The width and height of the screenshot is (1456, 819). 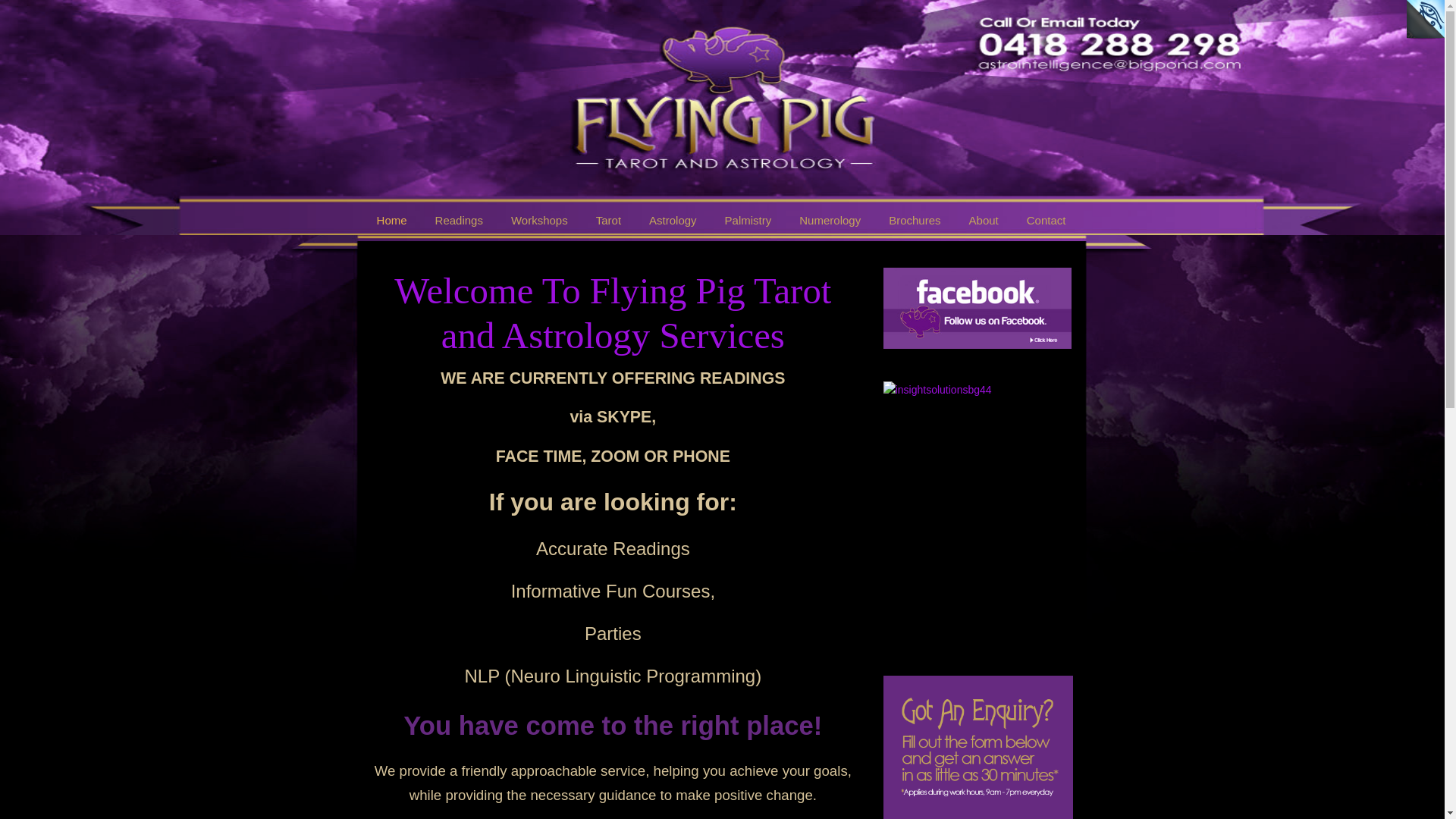 What do you see at coordinates (458, 220) in the screenshot?
I see `'Readings'` at bounding box center [458, 220].